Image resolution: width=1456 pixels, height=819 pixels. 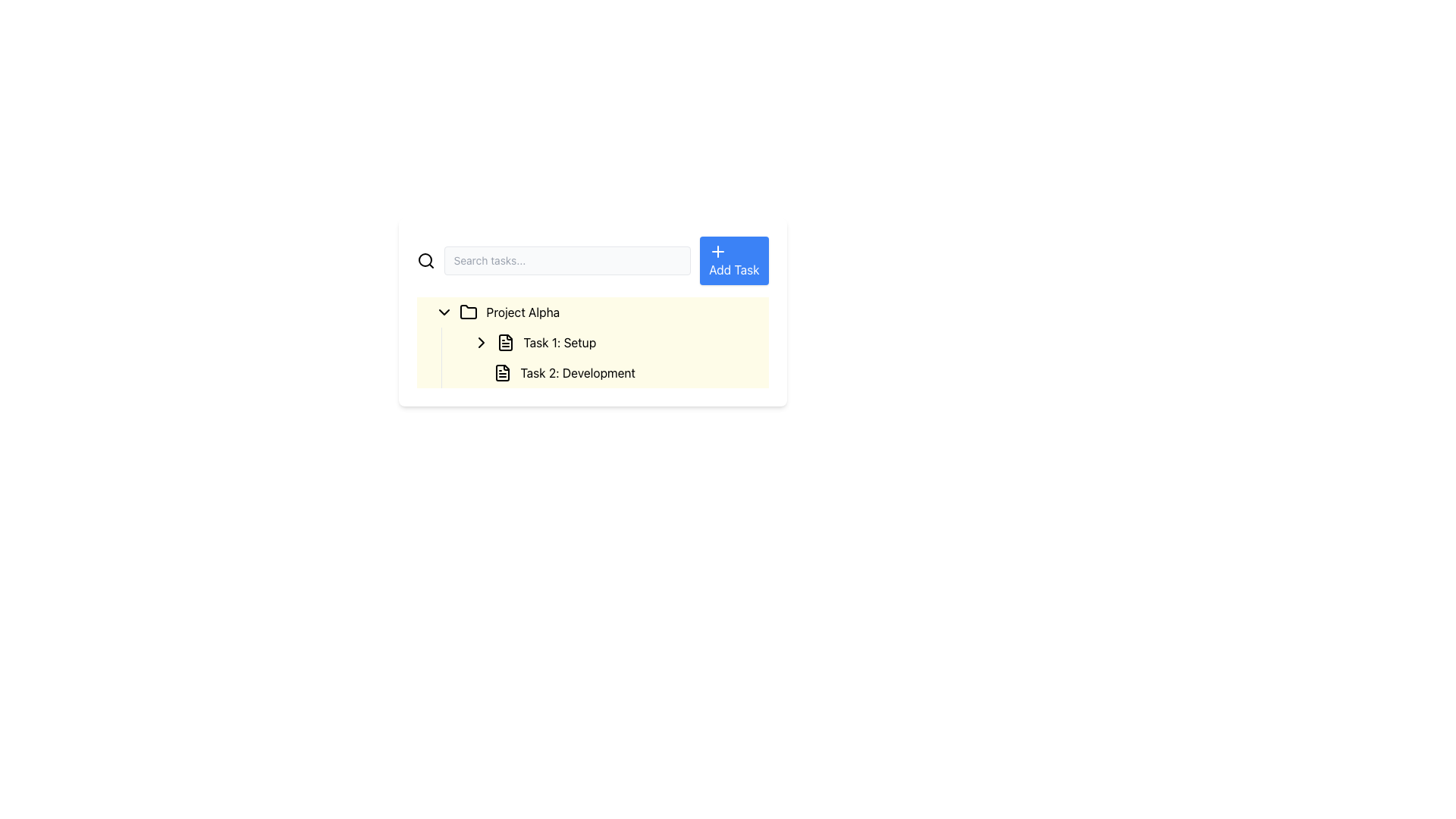 What do you see at coordinates (443, 312) in the screenshot?
I see `the chevron-down icon located at the start of the 'Project Alpha' header row` at bounding box center [443, 312].